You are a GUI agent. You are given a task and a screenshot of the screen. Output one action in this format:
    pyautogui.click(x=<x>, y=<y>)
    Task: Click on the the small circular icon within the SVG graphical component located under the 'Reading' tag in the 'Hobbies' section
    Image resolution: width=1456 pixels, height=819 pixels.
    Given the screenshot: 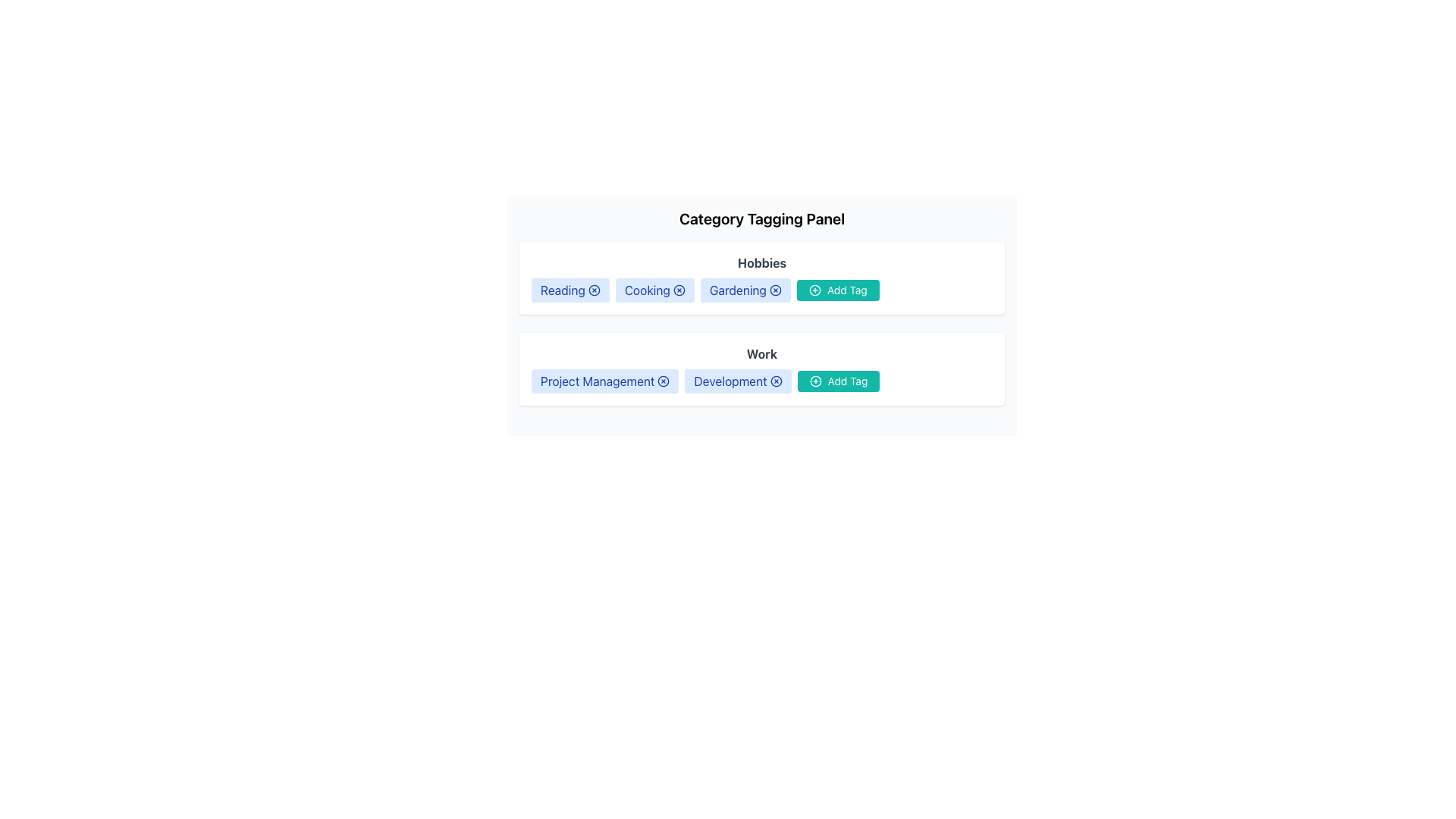 What is the action you would take?
    pyautogui.click(x=593, y=290)
    